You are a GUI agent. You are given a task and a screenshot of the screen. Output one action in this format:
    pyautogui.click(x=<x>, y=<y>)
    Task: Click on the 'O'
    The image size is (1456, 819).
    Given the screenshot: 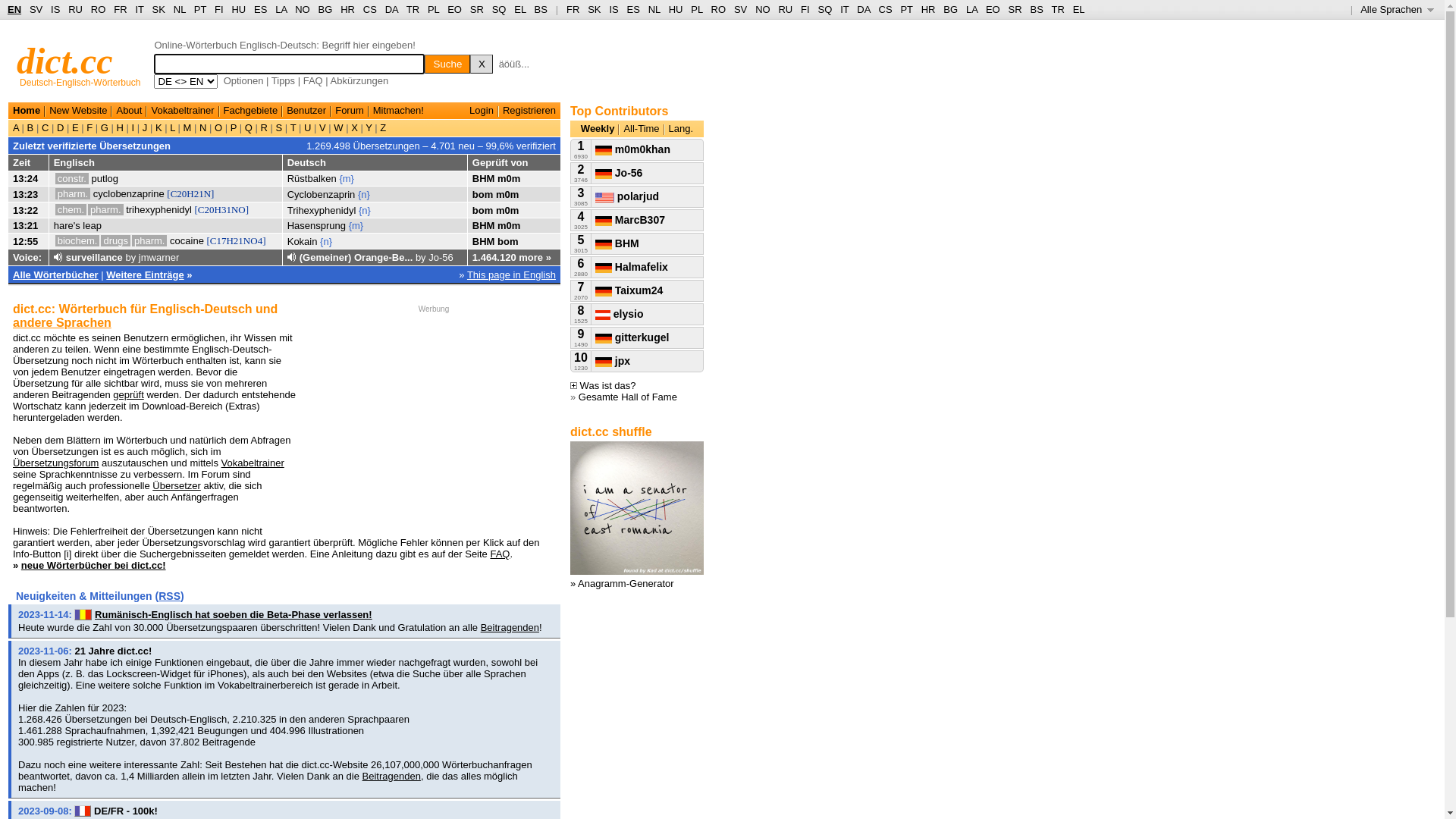 What is the action you would take?
    pyautogui.click(x=217, y=127)
    